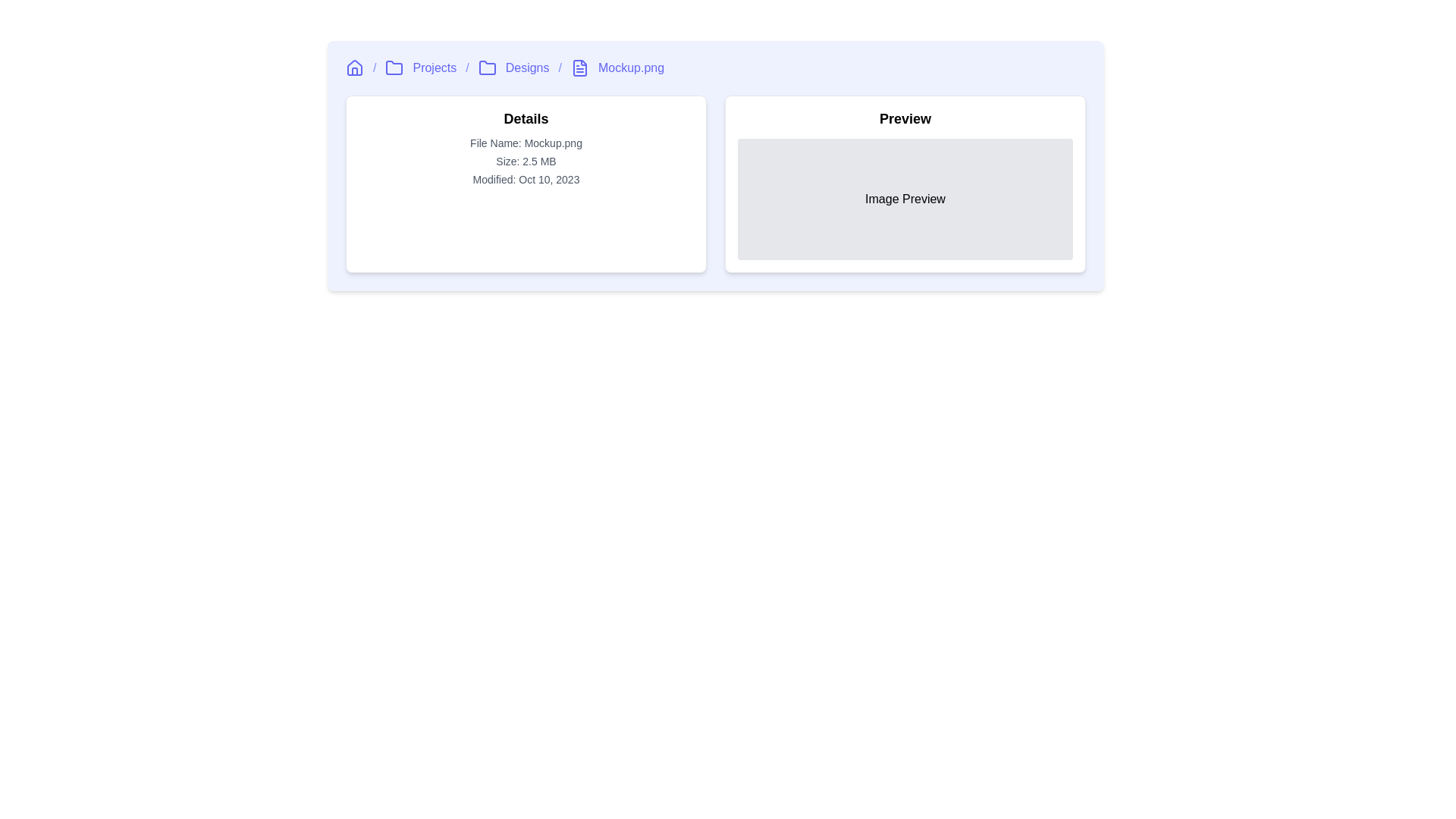  I want to click on the folder icon located in the top navigation bar, situated between the 'Home' icon and other navigation icons, so click(487, 67).